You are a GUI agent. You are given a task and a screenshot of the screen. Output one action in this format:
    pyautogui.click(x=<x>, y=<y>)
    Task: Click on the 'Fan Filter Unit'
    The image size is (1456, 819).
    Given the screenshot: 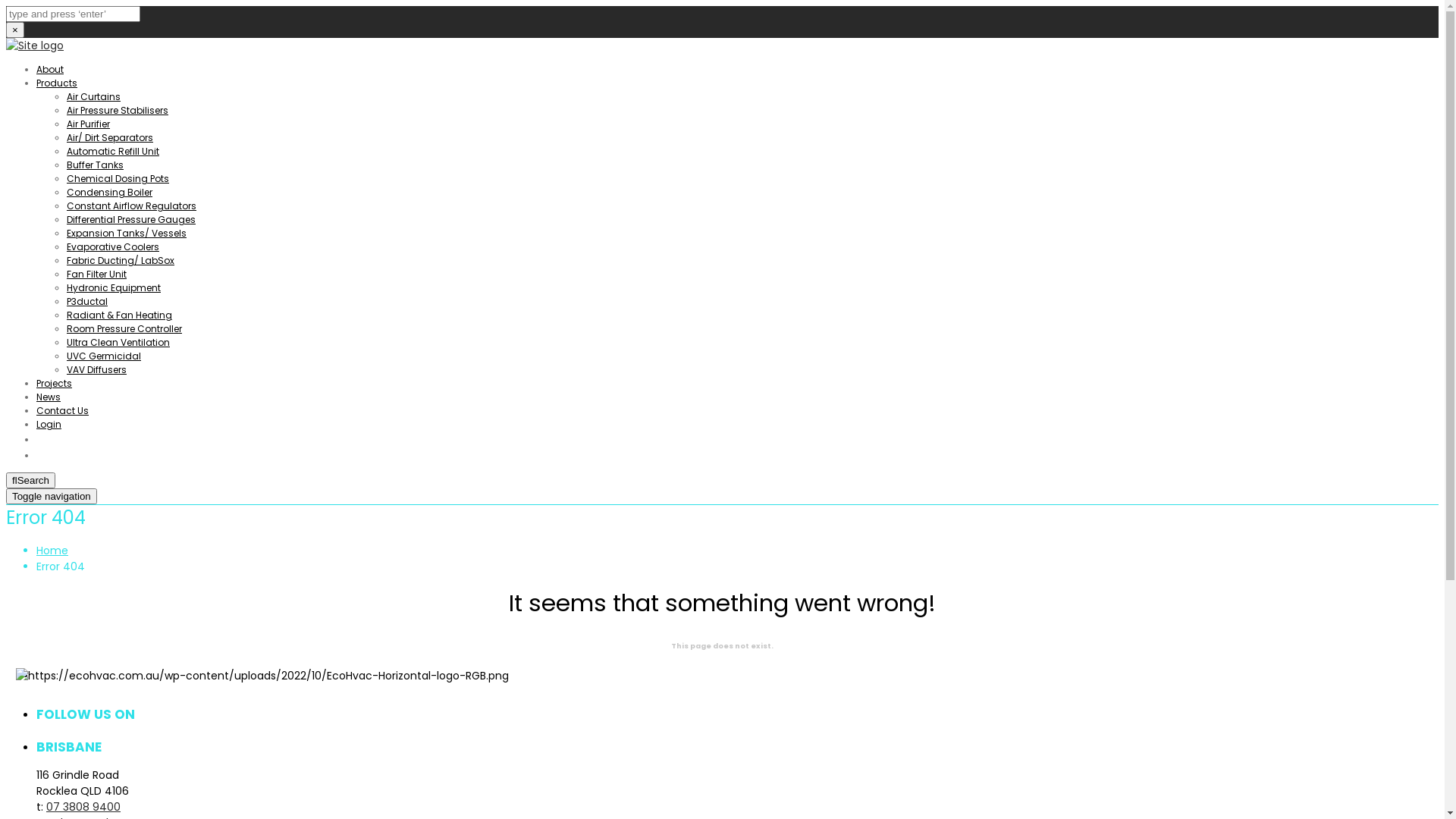 What is the action you would take?
    pyautogui.click(x=96, y=274)
    